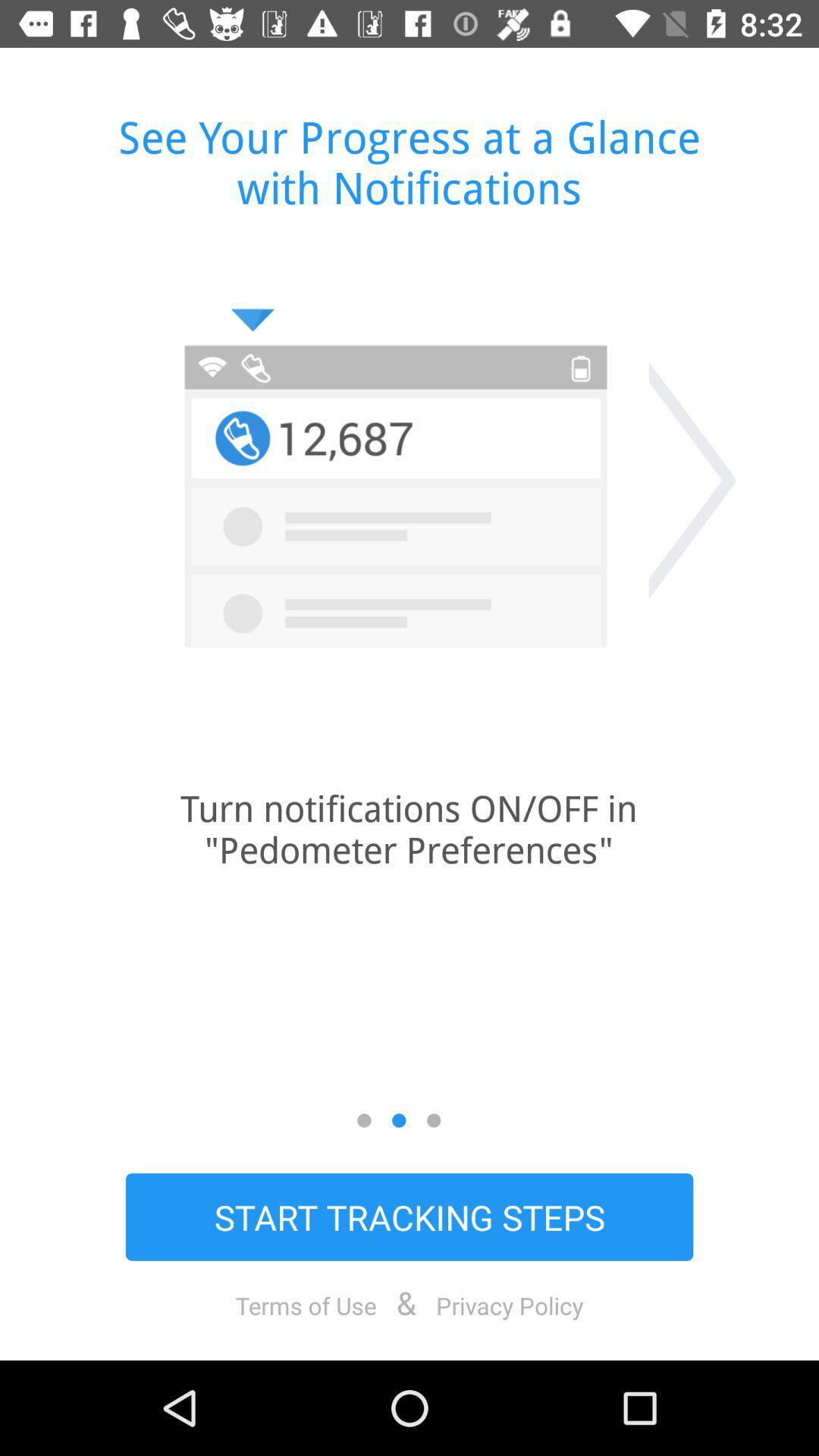 Image resolution: width=819 pixels, height=1456 pixels. What do you see at coordinates (510, 1304) in the screenshot?
I see `icon below start tracking steps` at bounding box center [510, 1304].